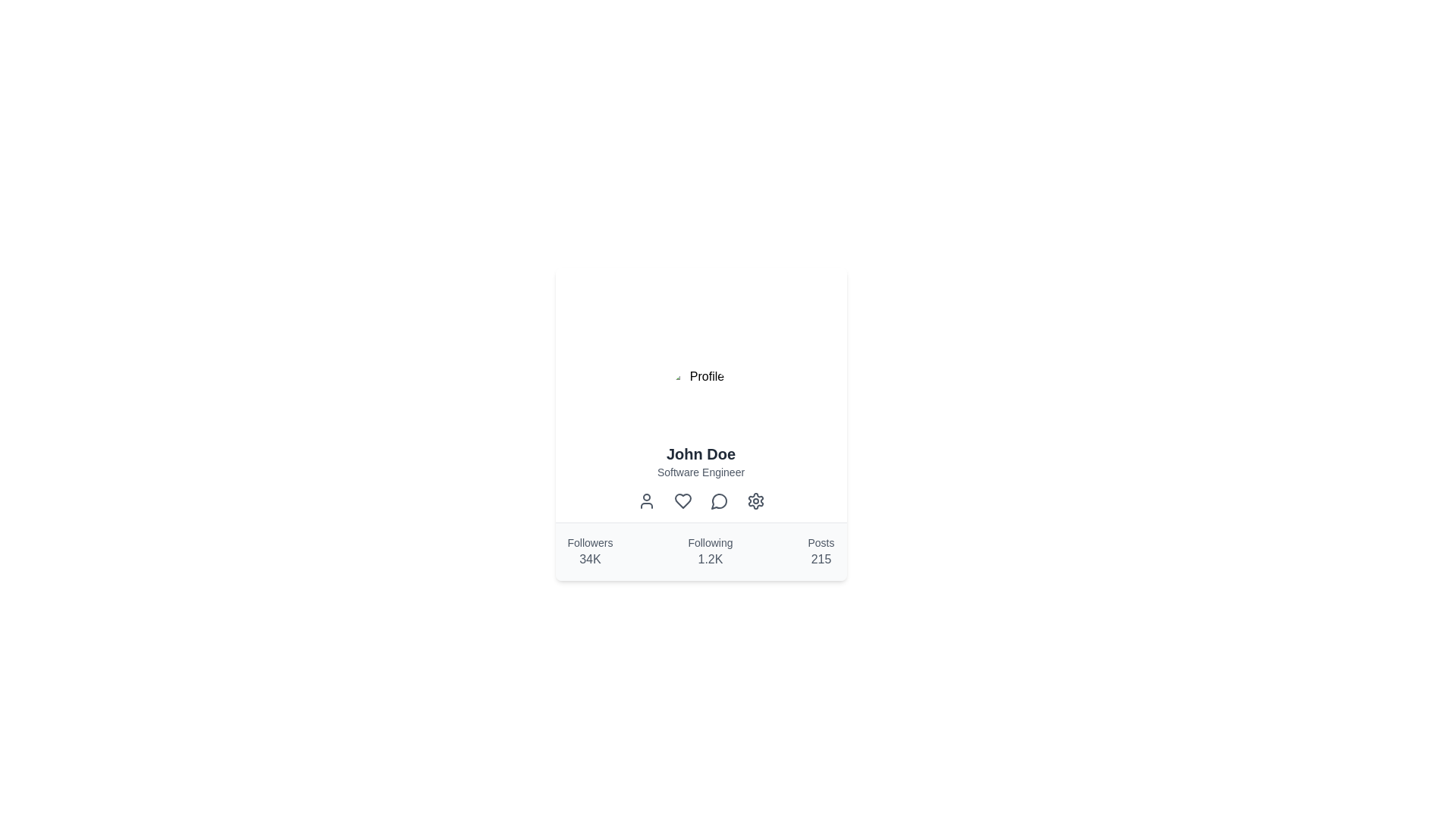 This screenshot has width=1456, height=819. What do you see at coordinates (589, 559) in the screenshot?
I see `the text label displaying '34K' which is positioned directly under the 'Followers' label to potentially reveal a tooltip` at bounding box center [589, 559].